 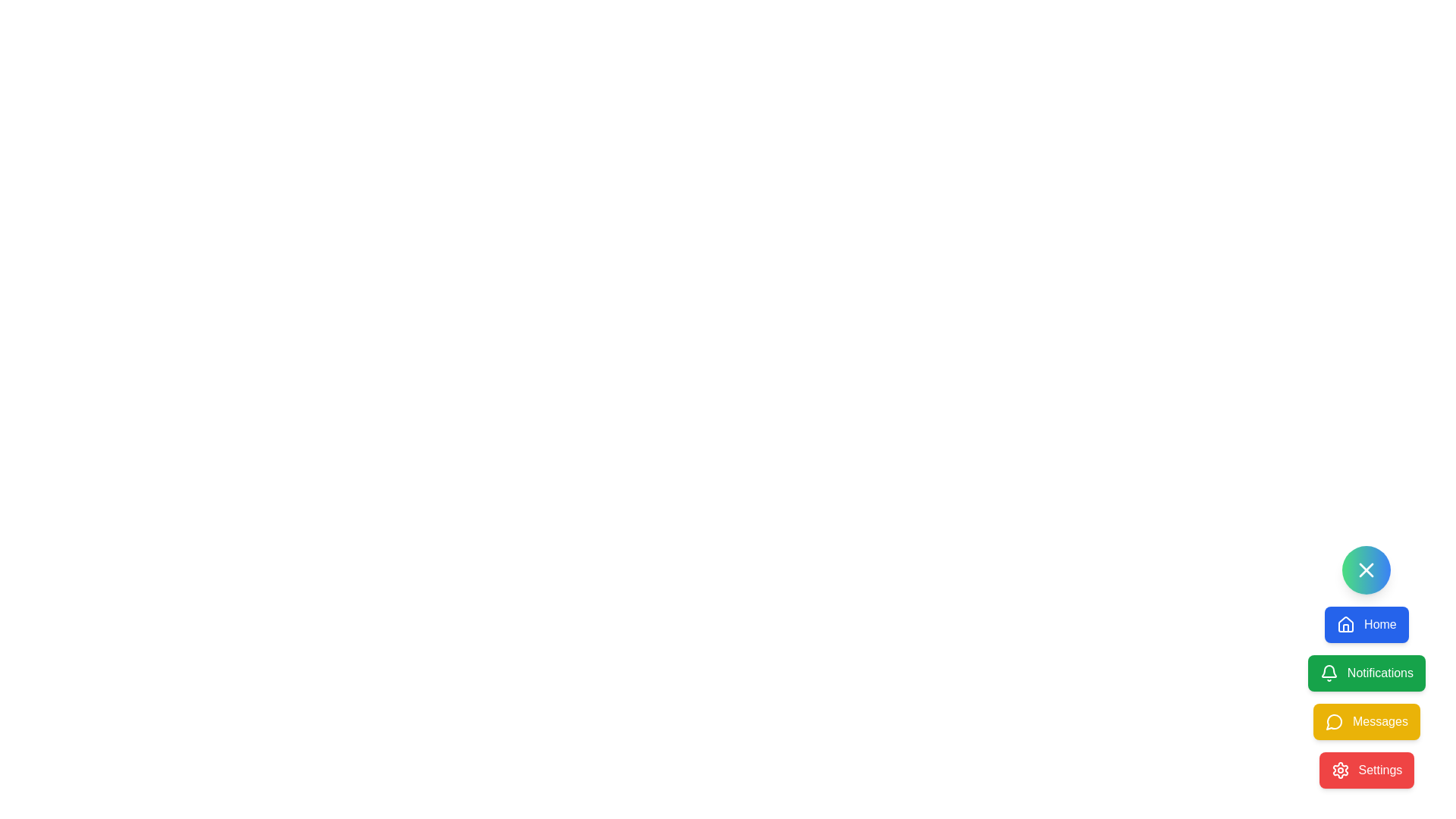 I want to click on the 'Home' icon located on the first button of a vertical stack on the right side of the interface, which is inside a blue button and appears to the left of the text 'Home', so click(x=1346, y=625).